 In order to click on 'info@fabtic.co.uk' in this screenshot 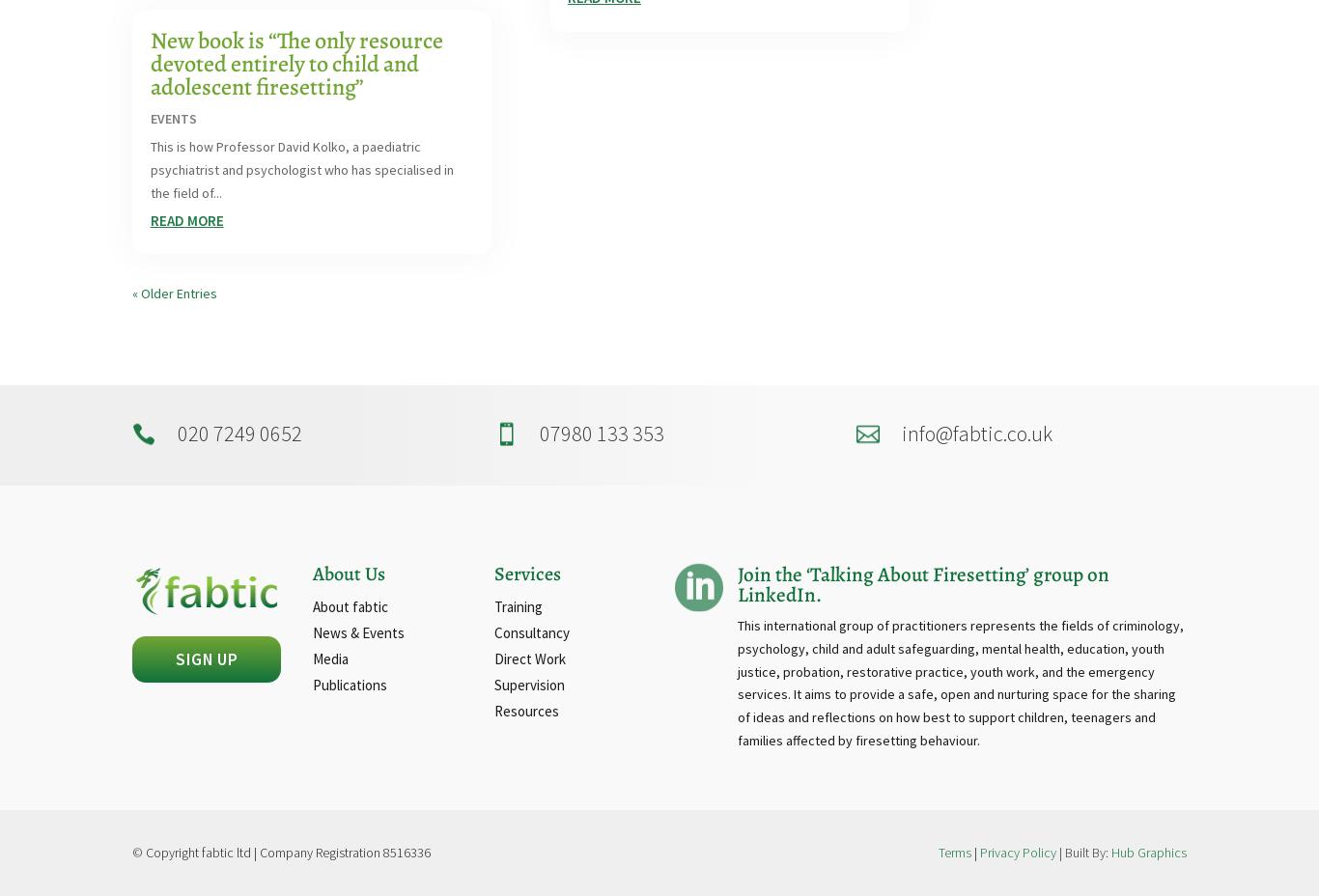, I will do `click(975, 433)`.